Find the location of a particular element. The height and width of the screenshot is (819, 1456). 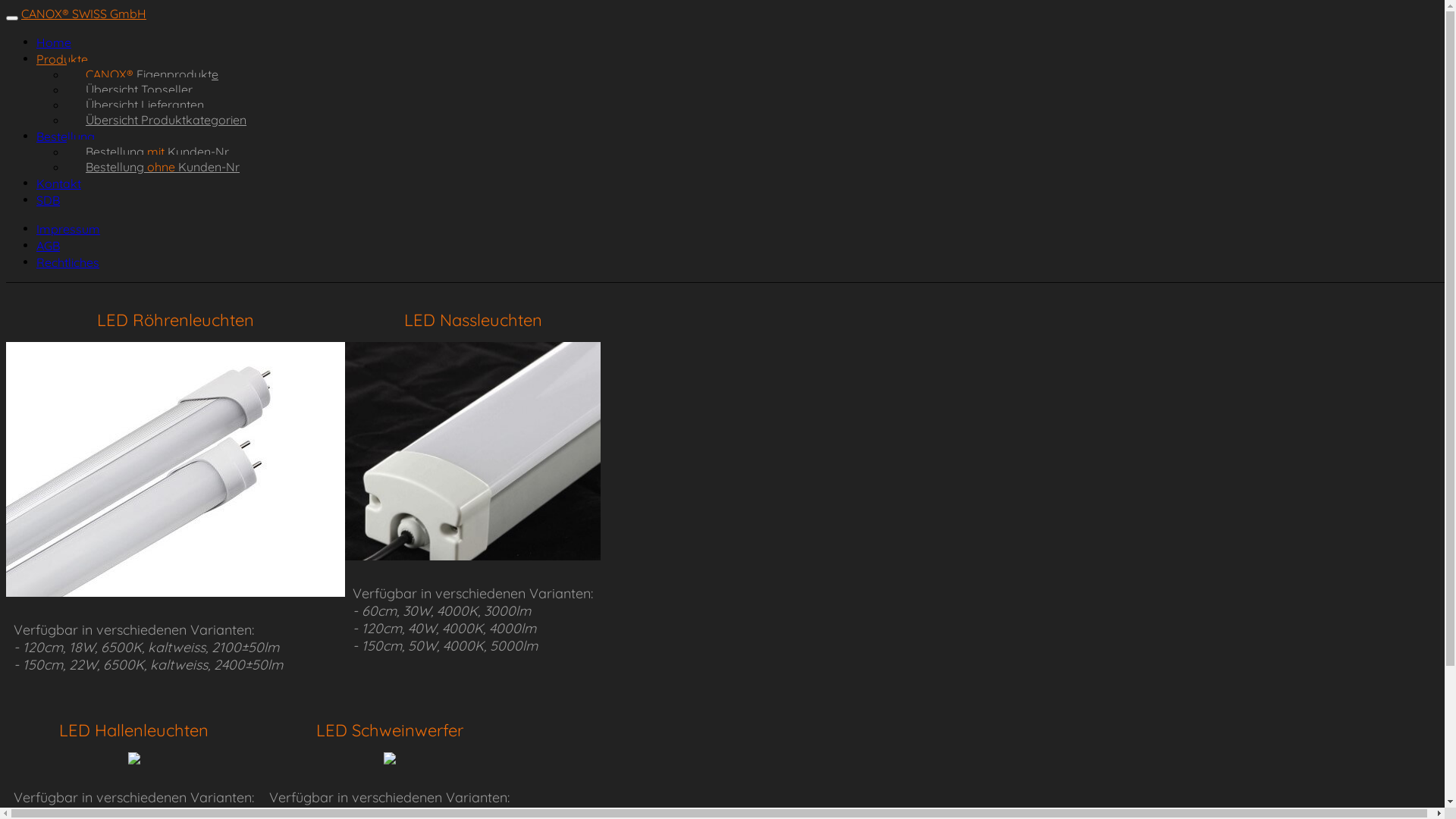

'Bestellung ohne Kunden-Nr' is located at coordinates (162, 166).